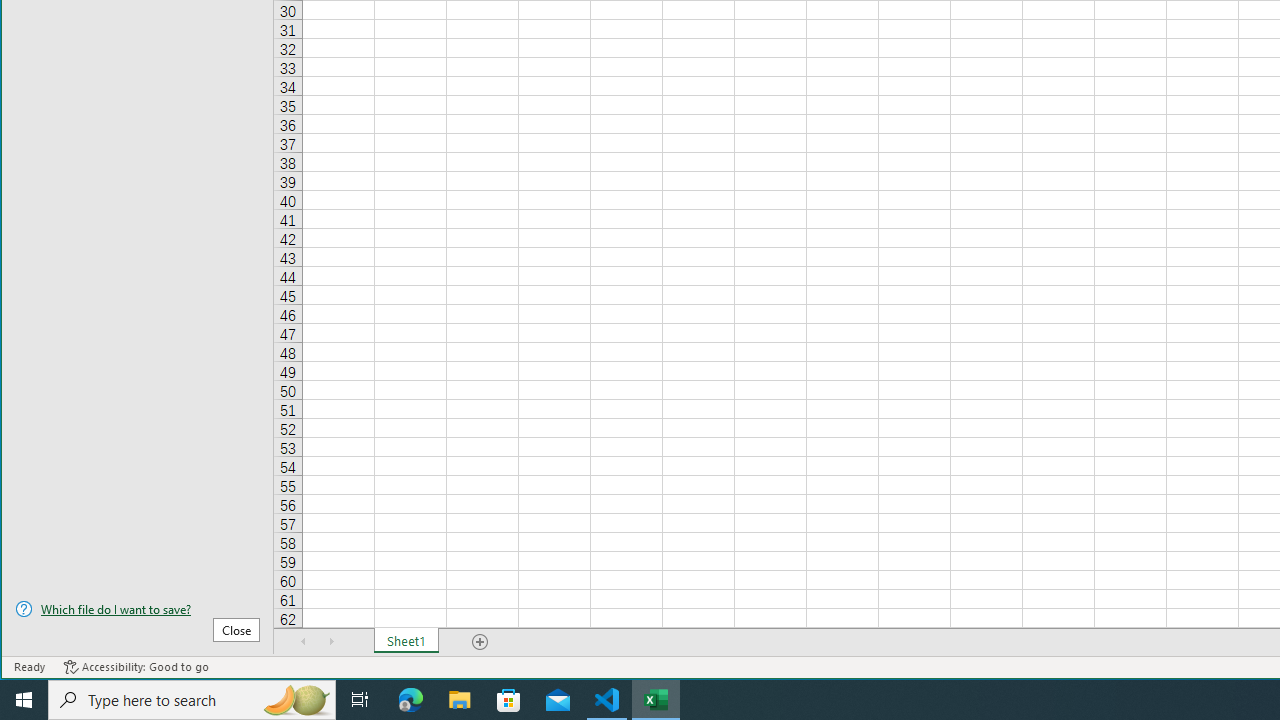 The height and width of the screenshot is (720, 1280). What do you see at coordinates (606, 698) in the screenshot?
I see `'Visual Studio Code - 1 running window'` at bounding box center [606, 698].